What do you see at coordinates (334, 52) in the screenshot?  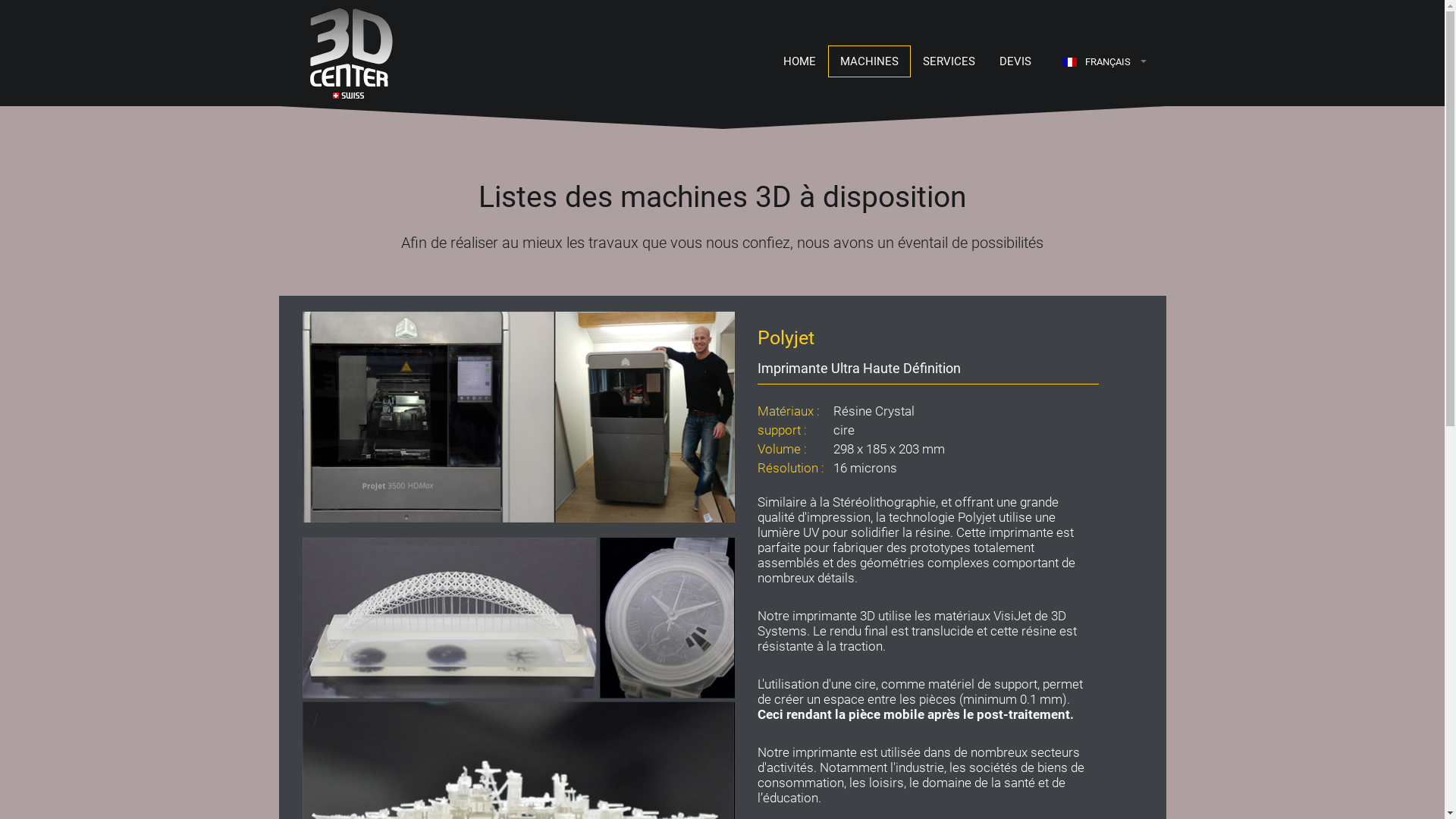 I see `'3D Center, centre d'impression 3D en Suisse romande'` at bounding box center [334, 52].